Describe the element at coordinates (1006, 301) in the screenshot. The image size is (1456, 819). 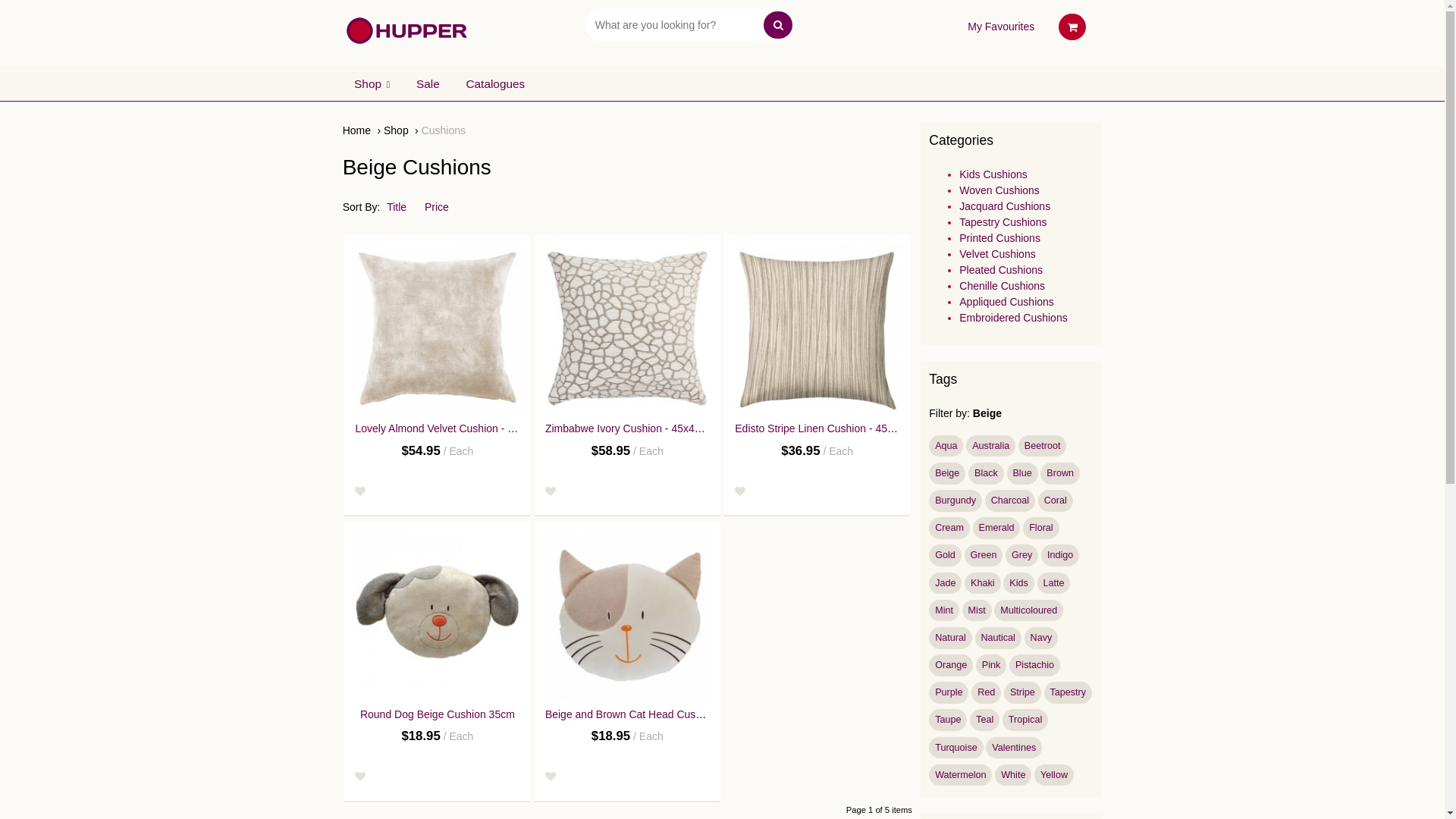
I see `'Appliqued Cushions'` at that location.